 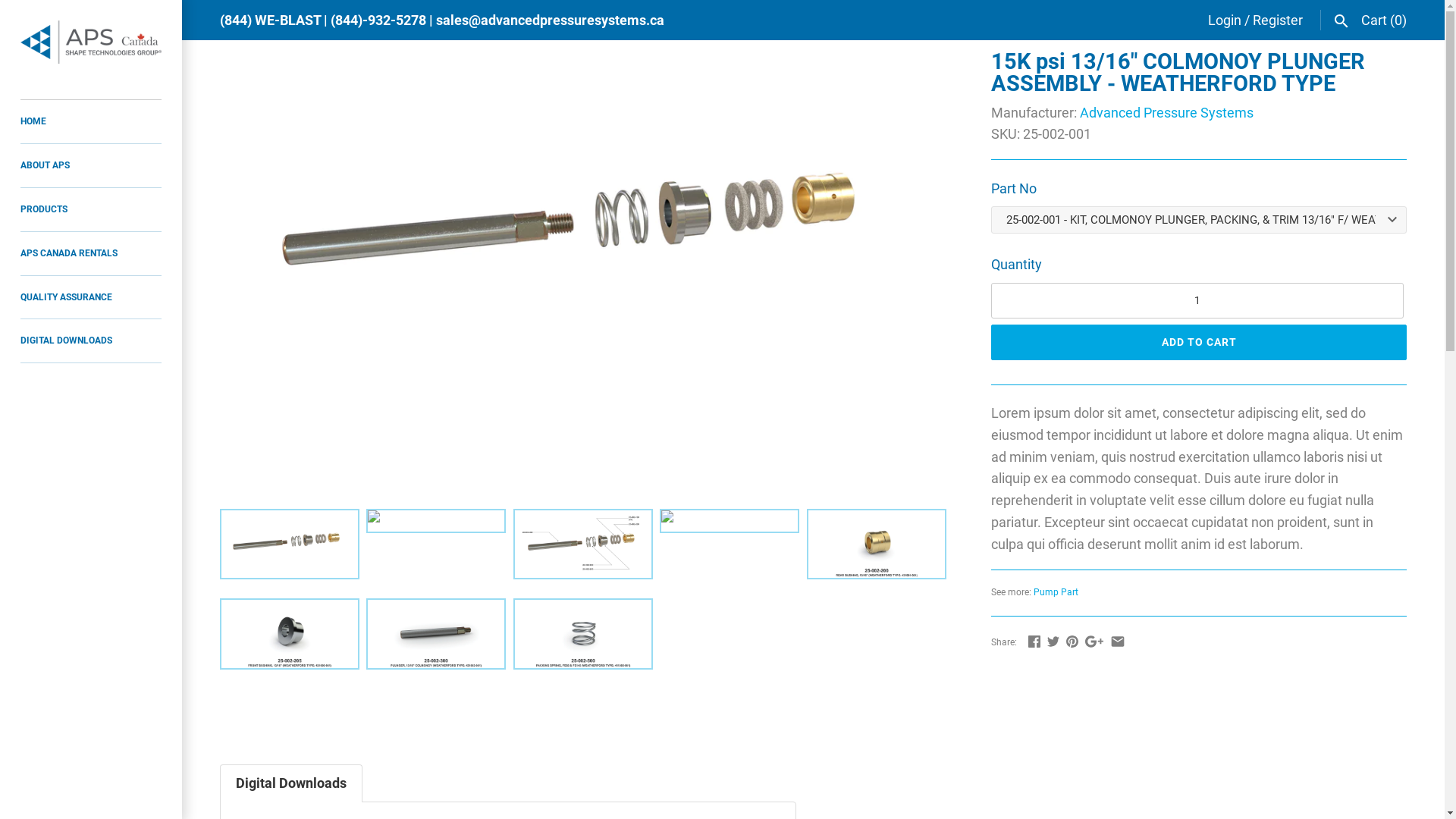 I want to click on 'DIGITAL DOWNLOADS', so click(x=90, y=341).